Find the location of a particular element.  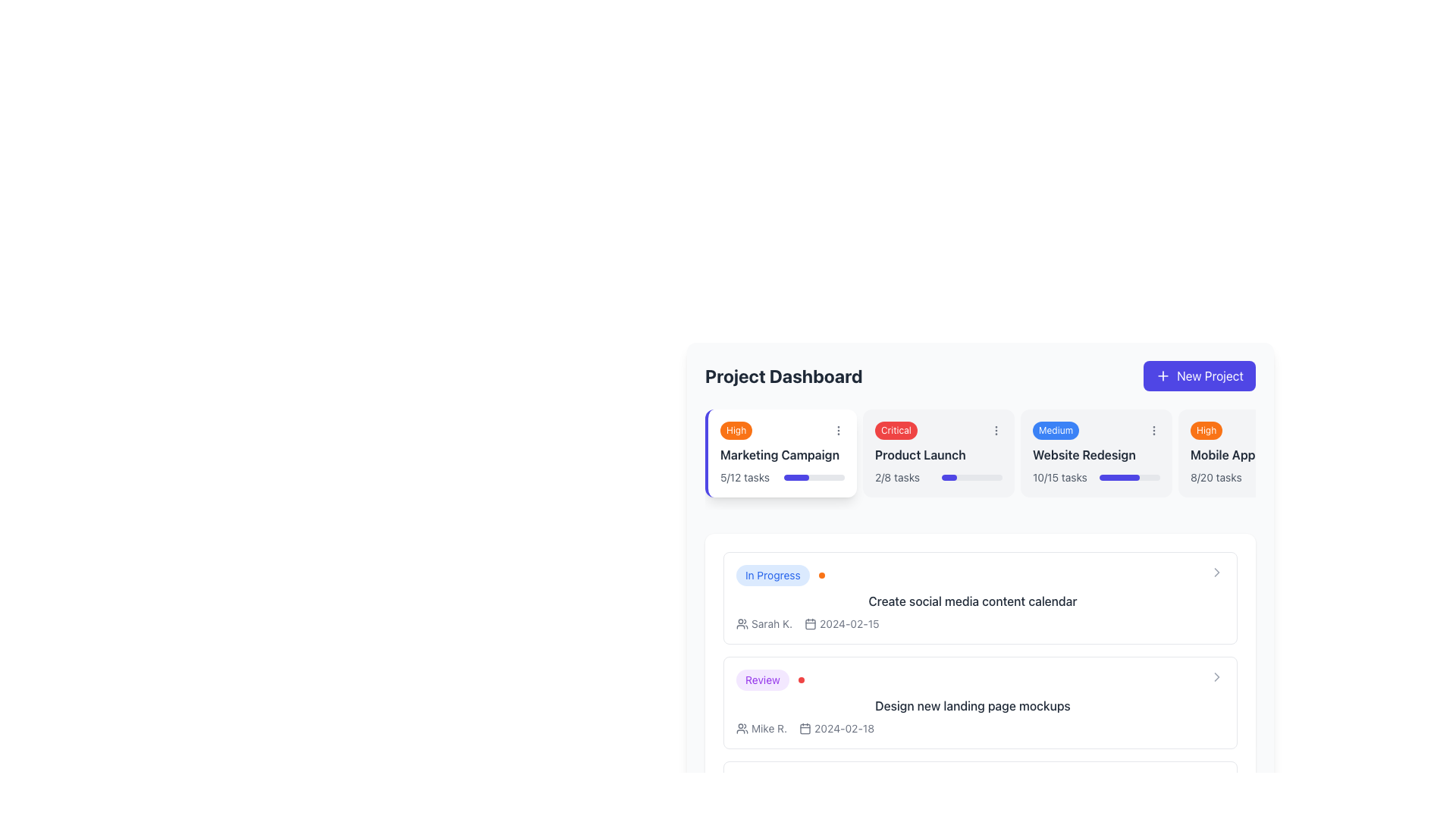

the calendar icon represented as a minimalist SVG element, located next to the date '2024-02-15' in the dashboard is located at coordinates (810, 623).